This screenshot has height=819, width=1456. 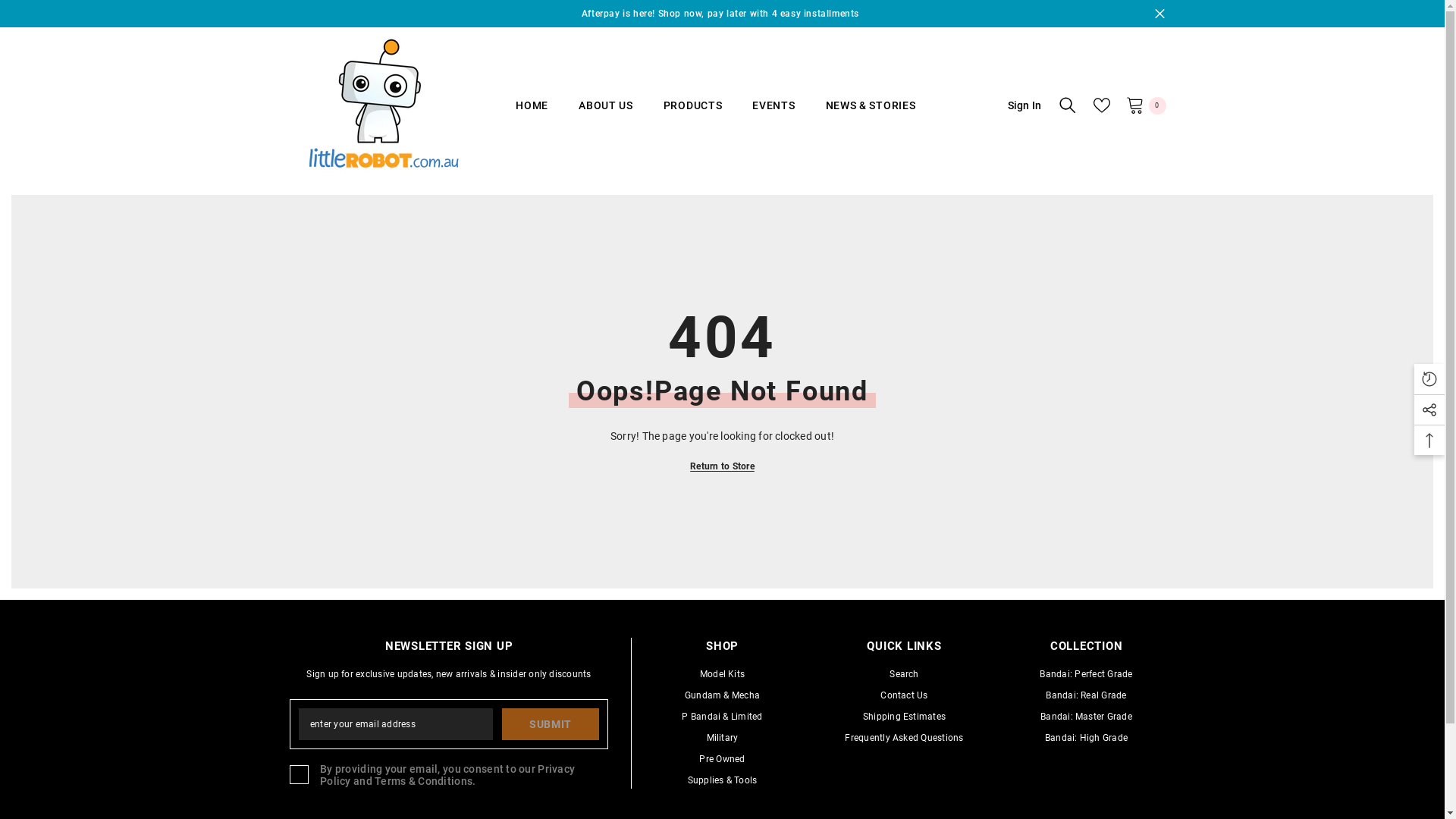 I want to click on 'PRODUCTS', so click(x=692, y=115).